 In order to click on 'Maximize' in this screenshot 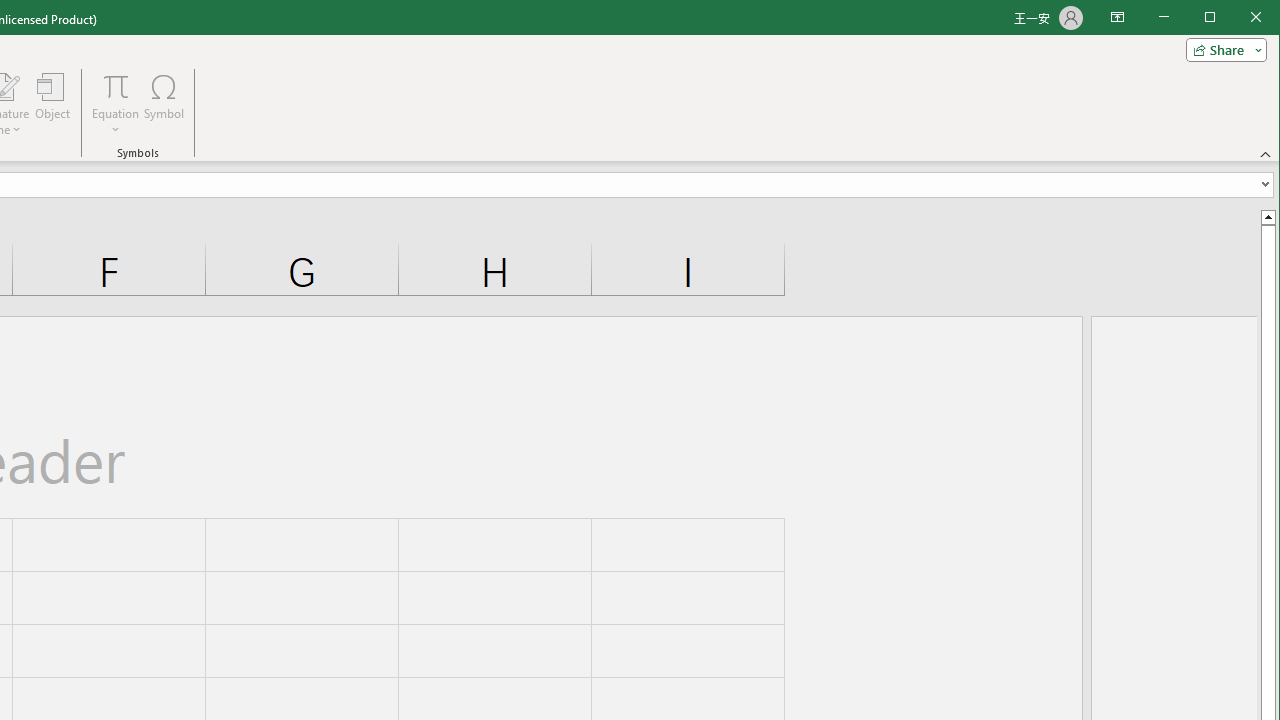, I will do `click(1238, 19)`.